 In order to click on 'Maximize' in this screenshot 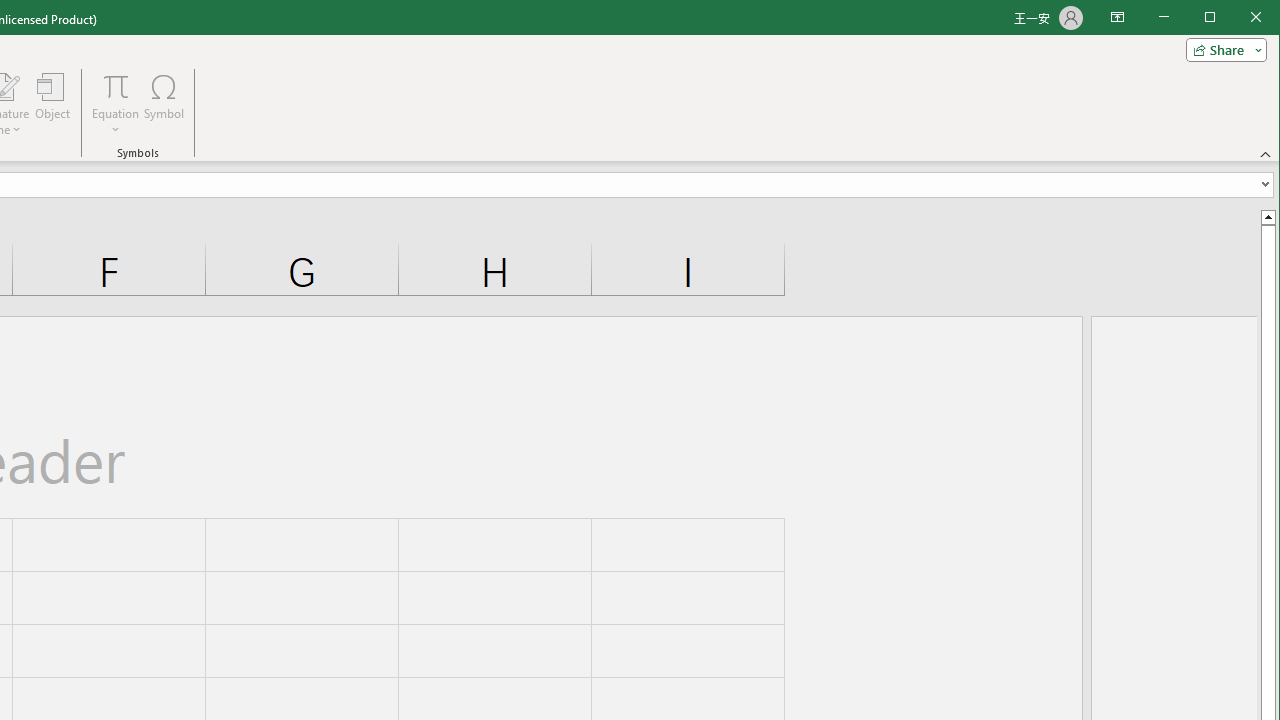, I will do `click(1238, 19)`.